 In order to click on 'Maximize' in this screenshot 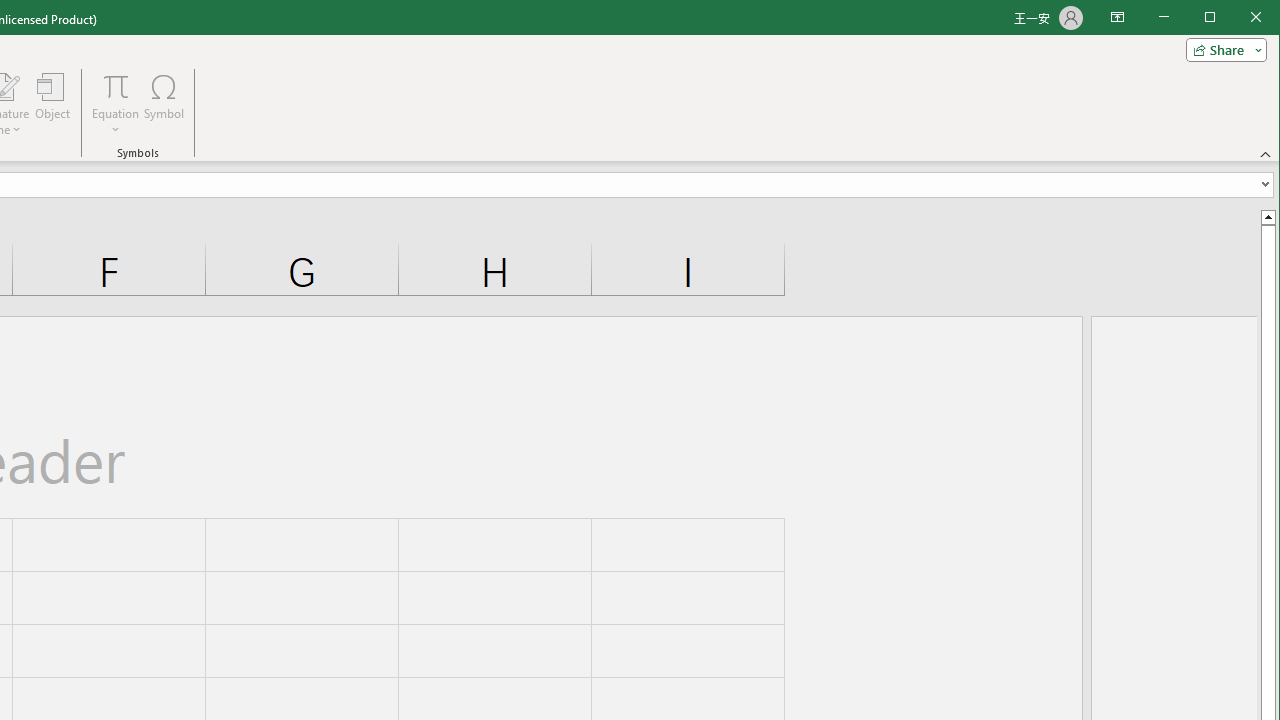, I will do `click(1238, 19)`.